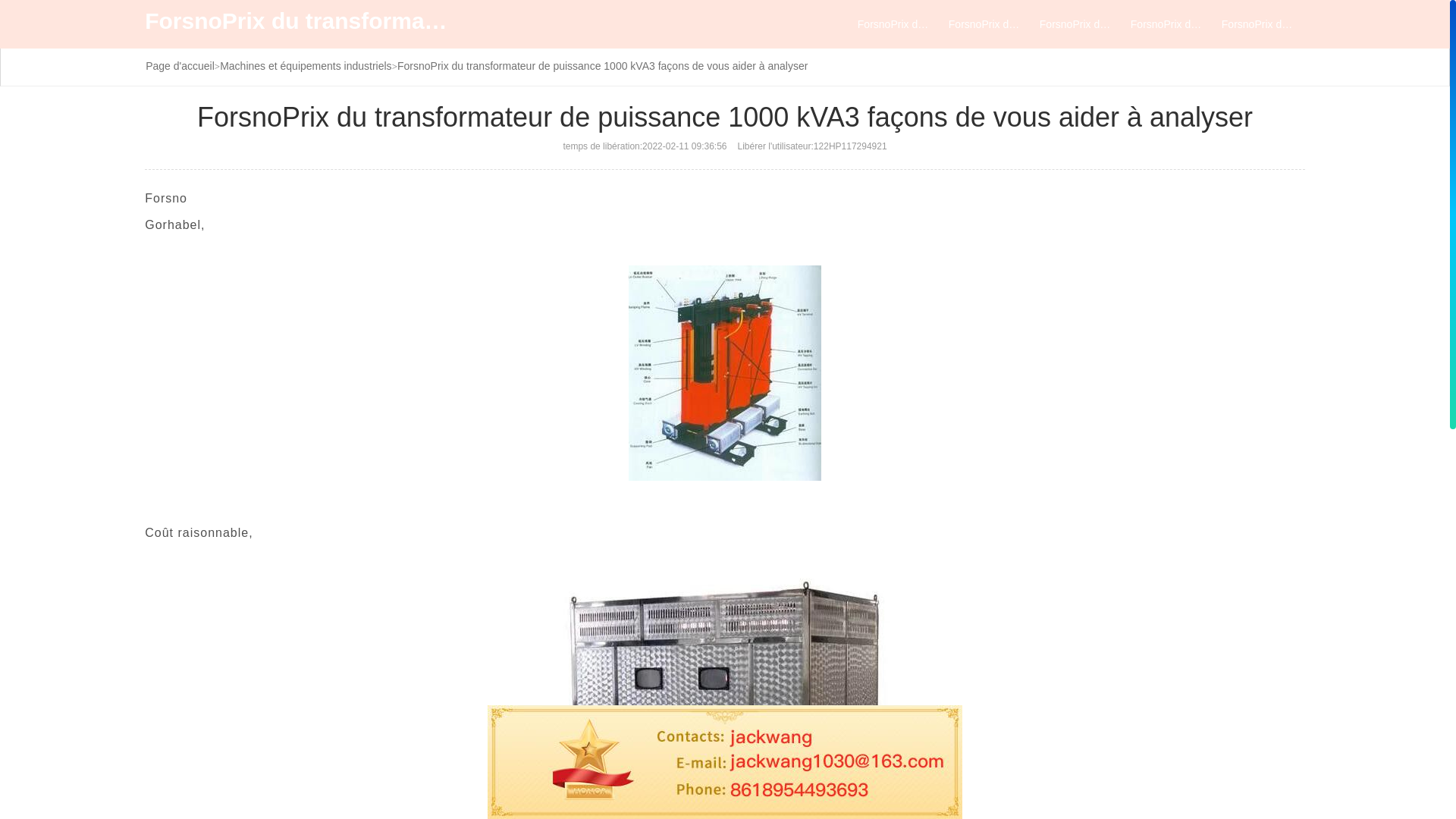 The height and width of the screenshot is (819, 1456). I want to click on 'Page d'accueil', so click(146, 65).